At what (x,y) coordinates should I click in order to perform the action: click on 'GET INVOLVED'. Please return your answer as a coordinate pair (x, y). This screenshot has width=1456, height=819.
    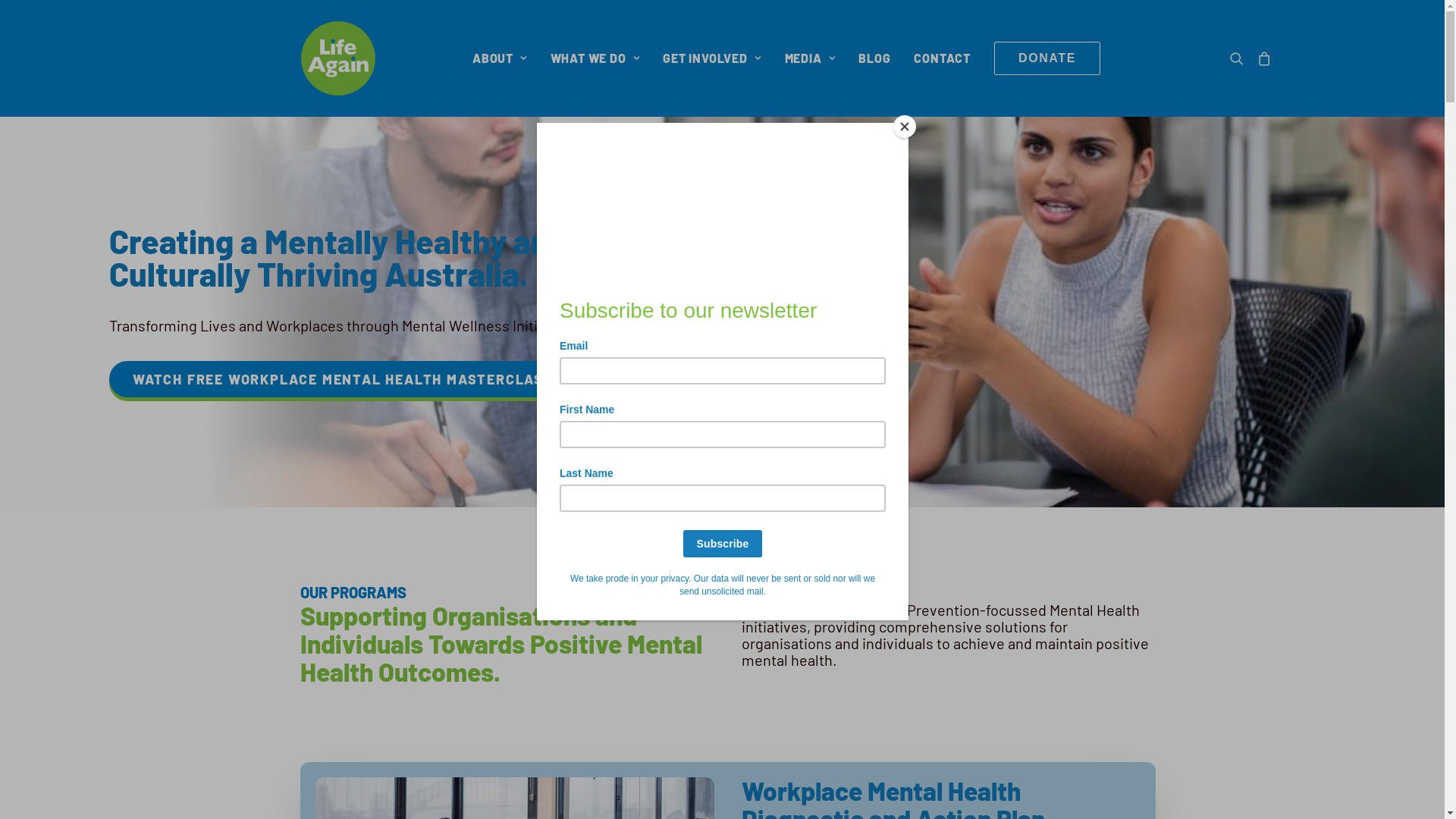
    Looking at the image, I should click on (711, 58).